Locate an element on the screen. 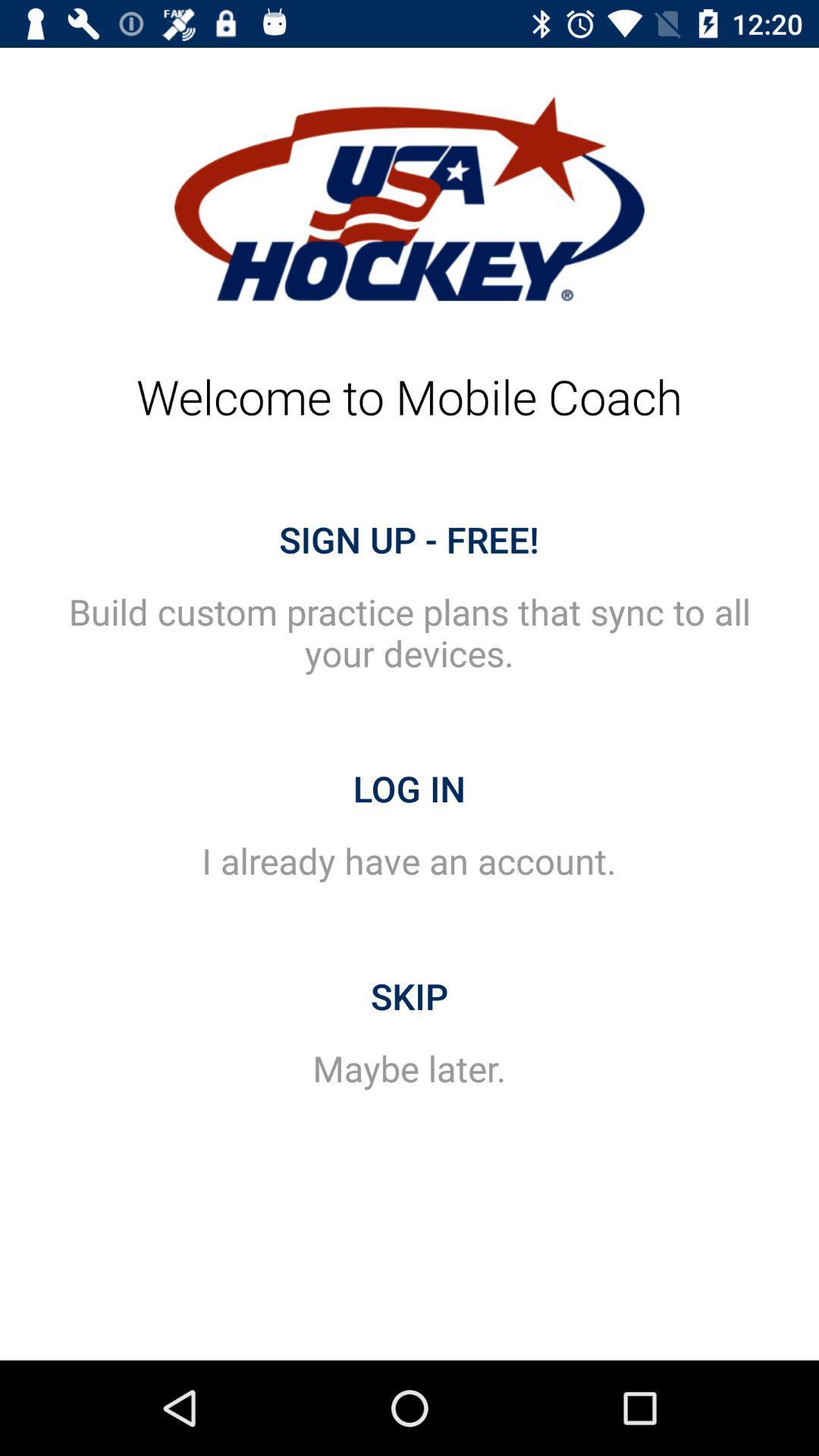 This screenshot has height=1456, width=819. skip item is located at coordinates (409, 996).